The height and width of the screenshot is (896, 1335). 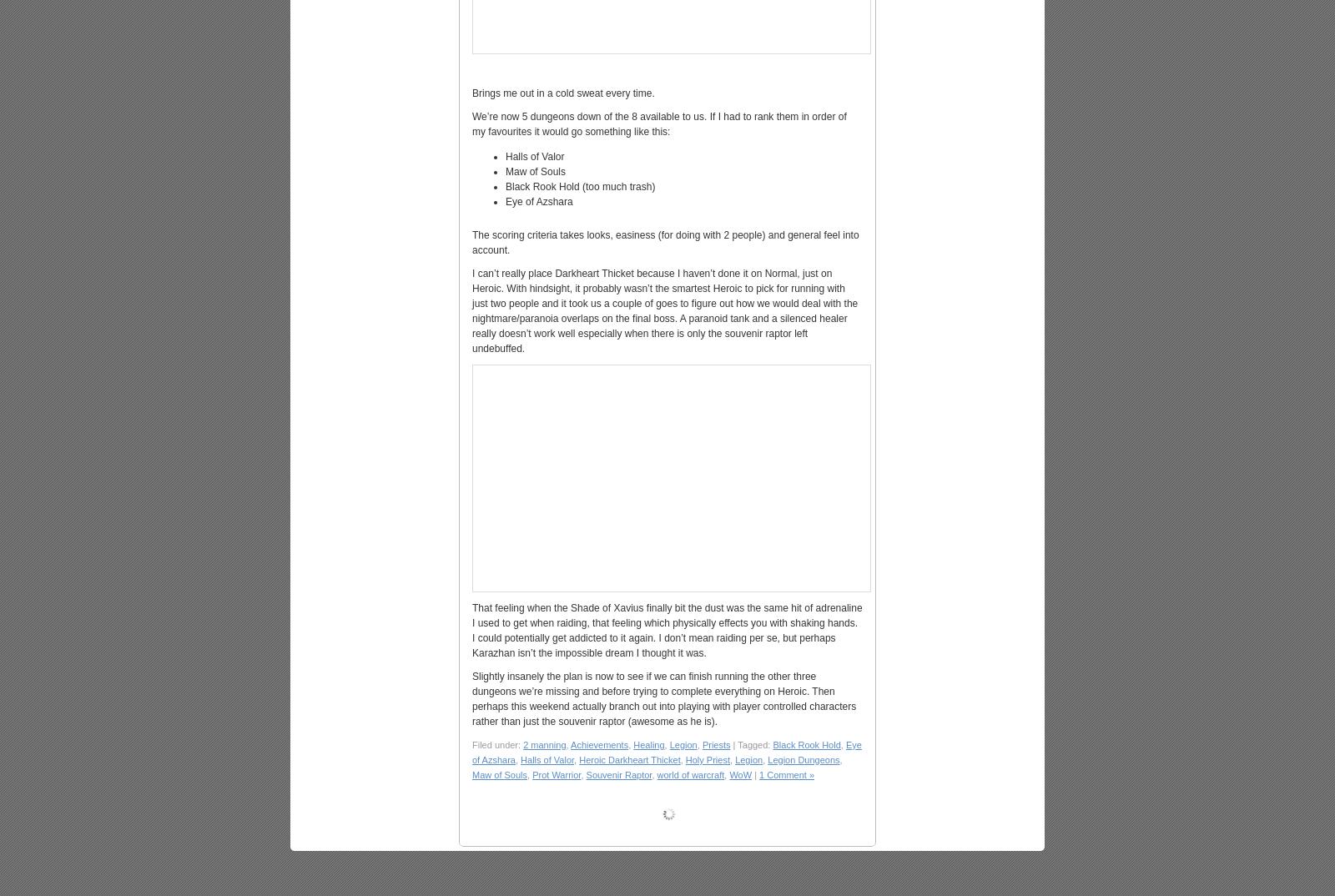 I want to click on 'Healing', so click(x=648, y=744).